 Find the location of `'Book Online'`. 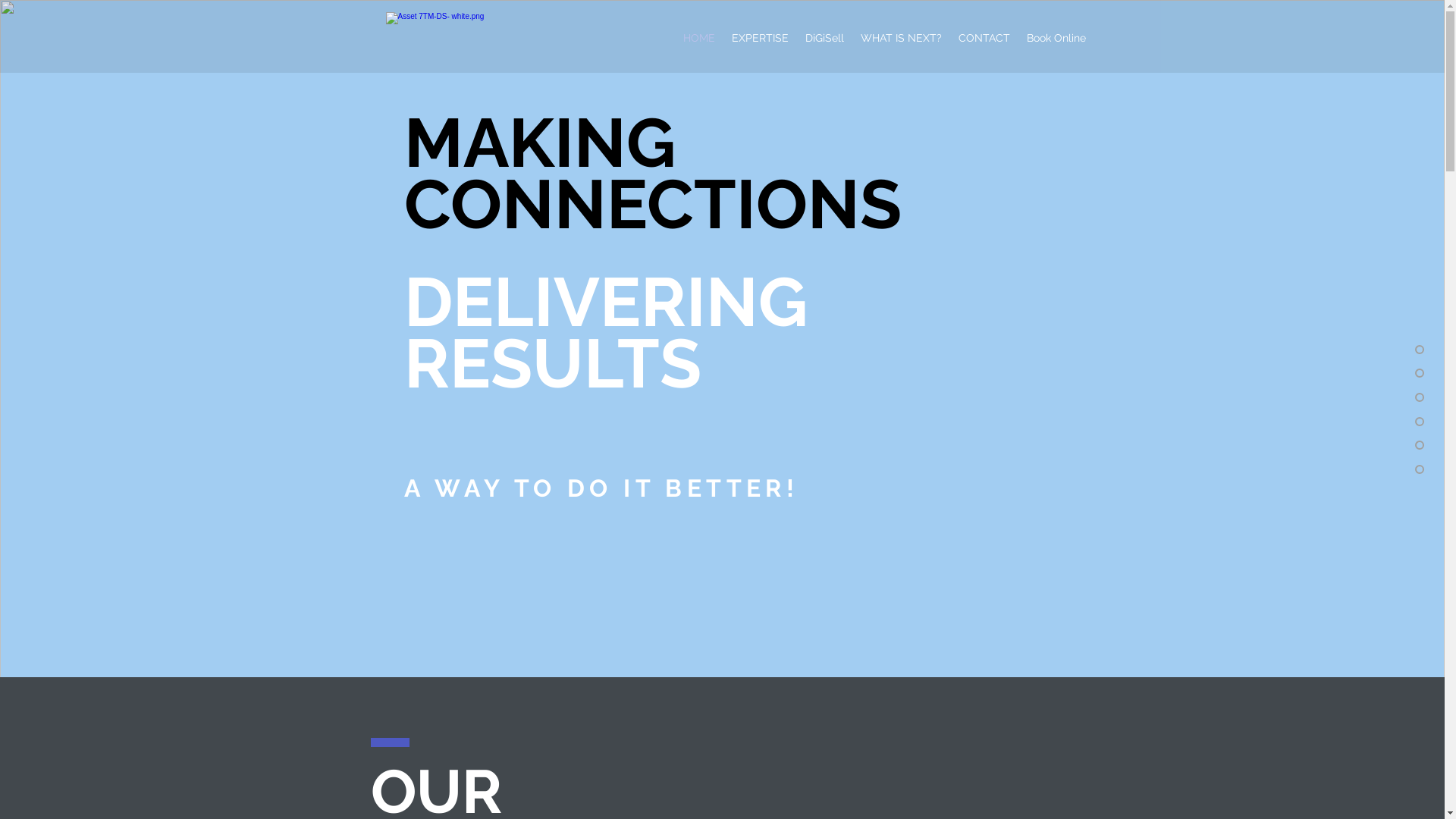

'Book Online' is located at coordinates (1018, 37).